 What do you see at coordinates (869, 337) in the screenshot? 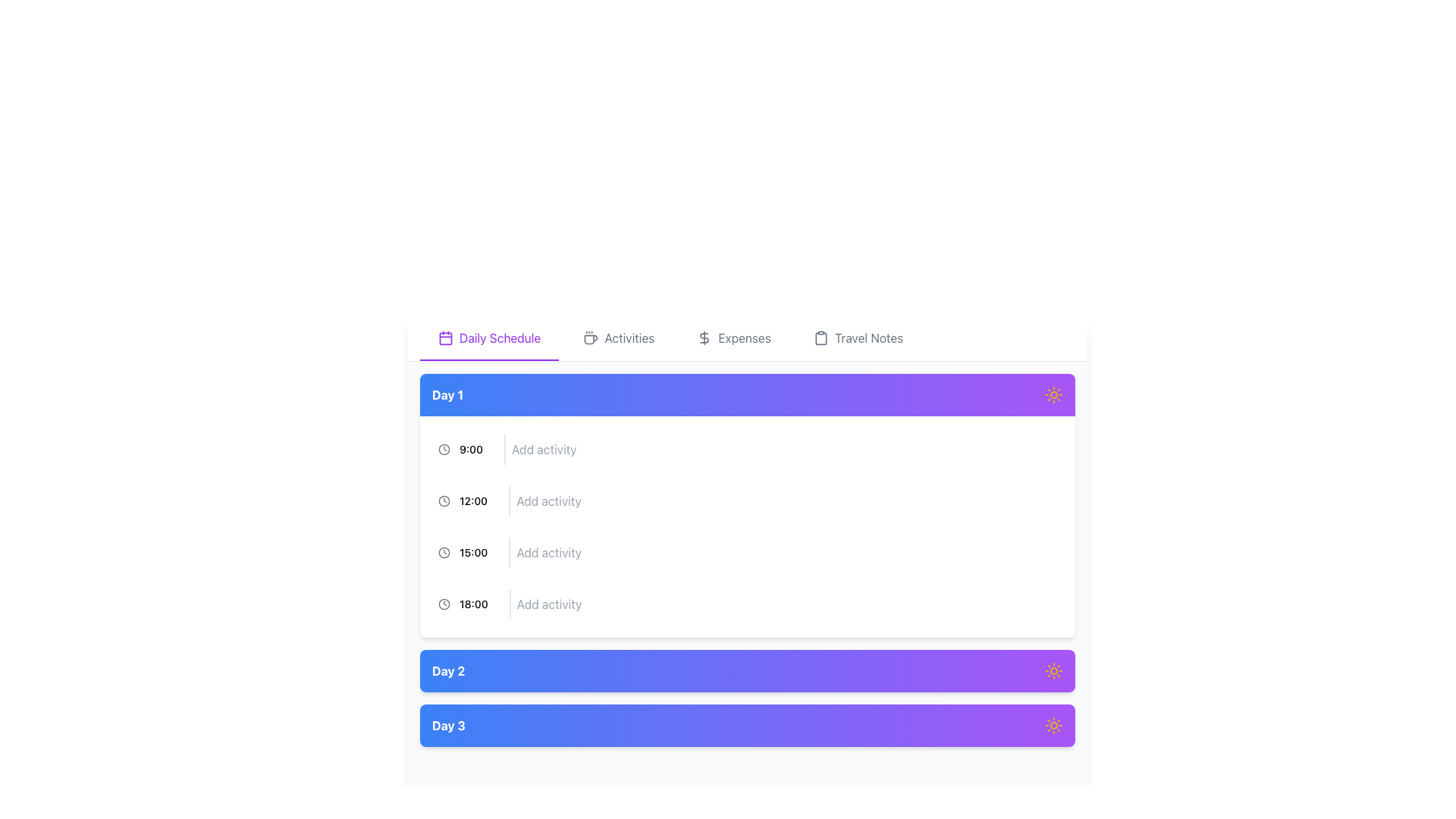
I see `the navigation text label for travel notes located on the right-hand side of the navigation menu` at bounding box center [869, 337].